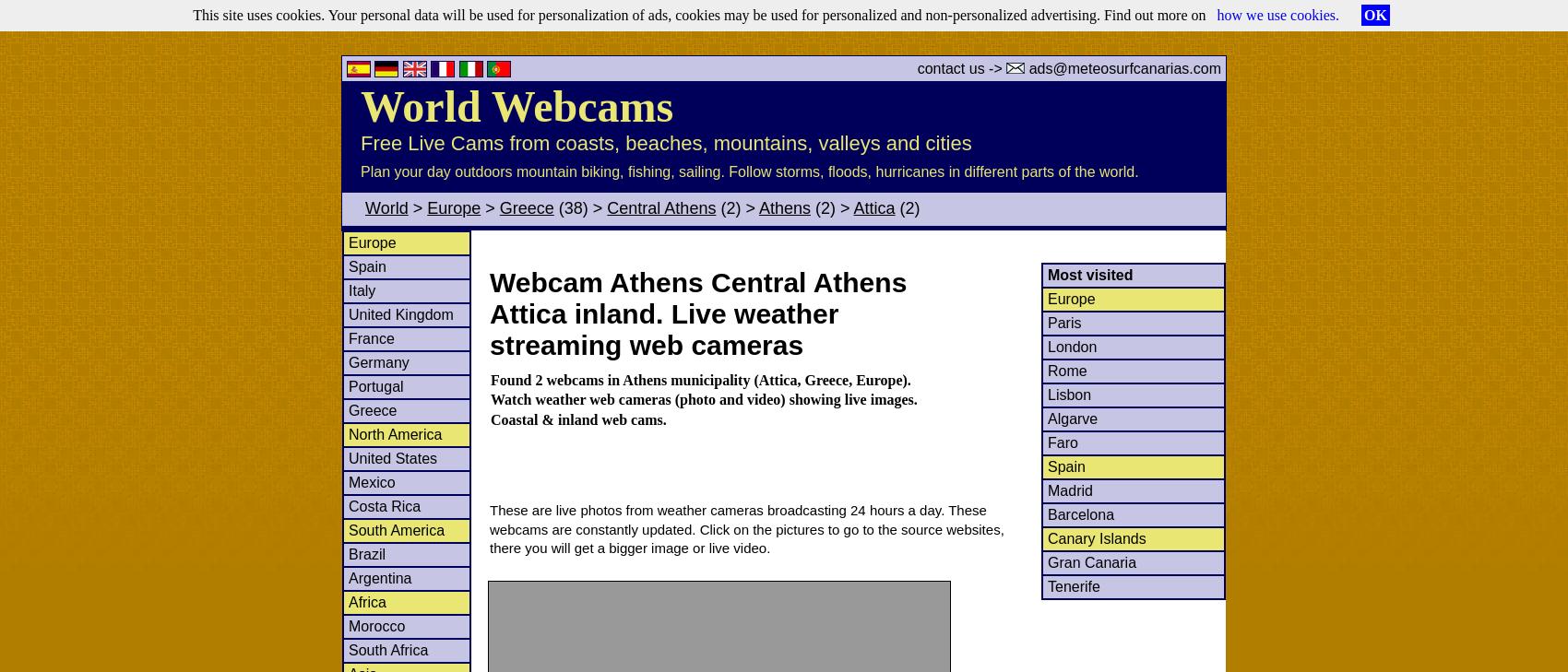 The width and height of the screenshot is (1568, 672). What do you see at coordinates (1062, 442) in the screenshot?
I see `'Faro'` at bounding box center [1062, 442].